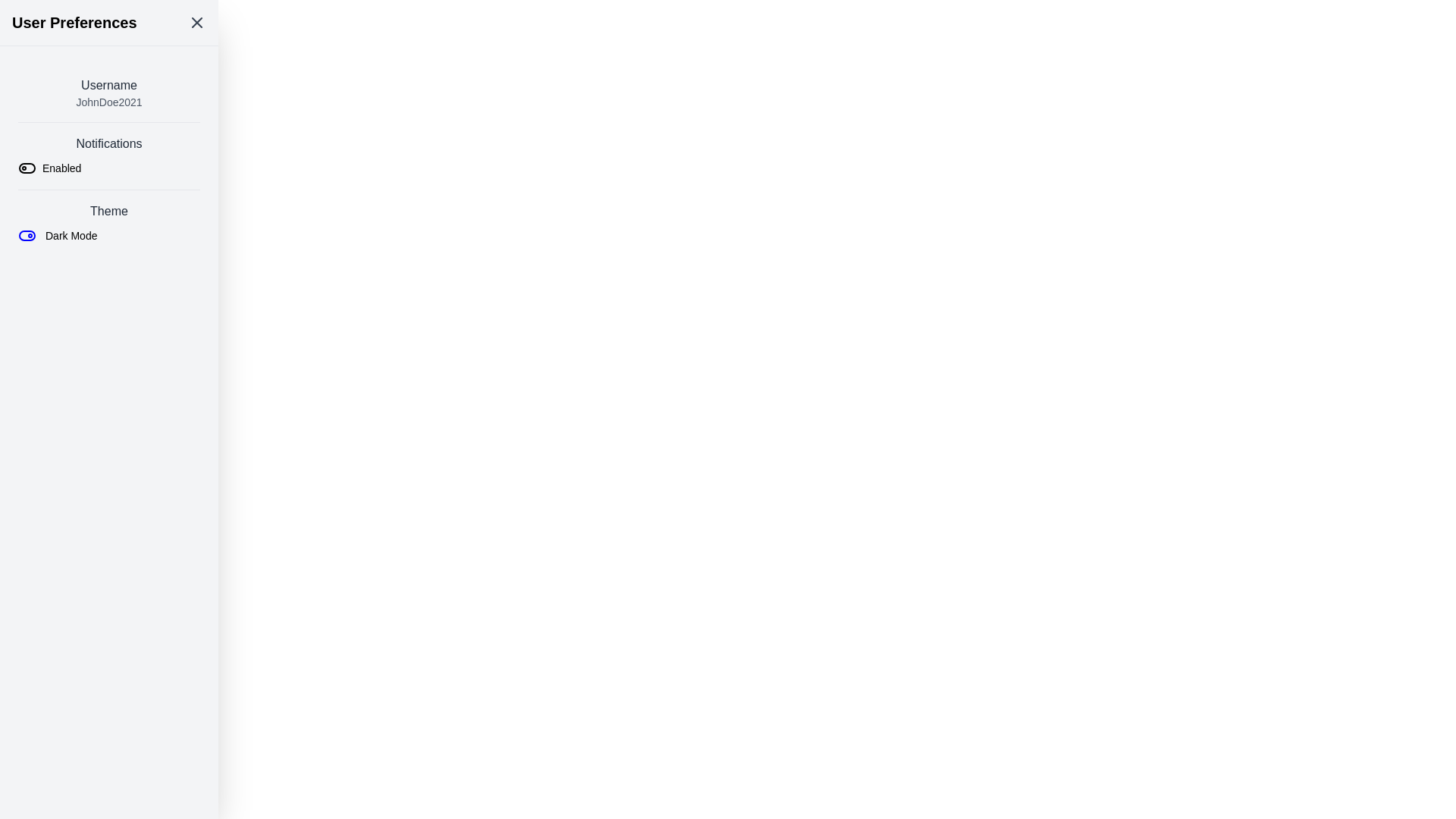 The image size is (1456, 819). What do you see at coordinates (108, 168) in the screenshot?
I see `the toggle control for notifications to change its state between enabled and disabled` at bounding box center [108, 168].